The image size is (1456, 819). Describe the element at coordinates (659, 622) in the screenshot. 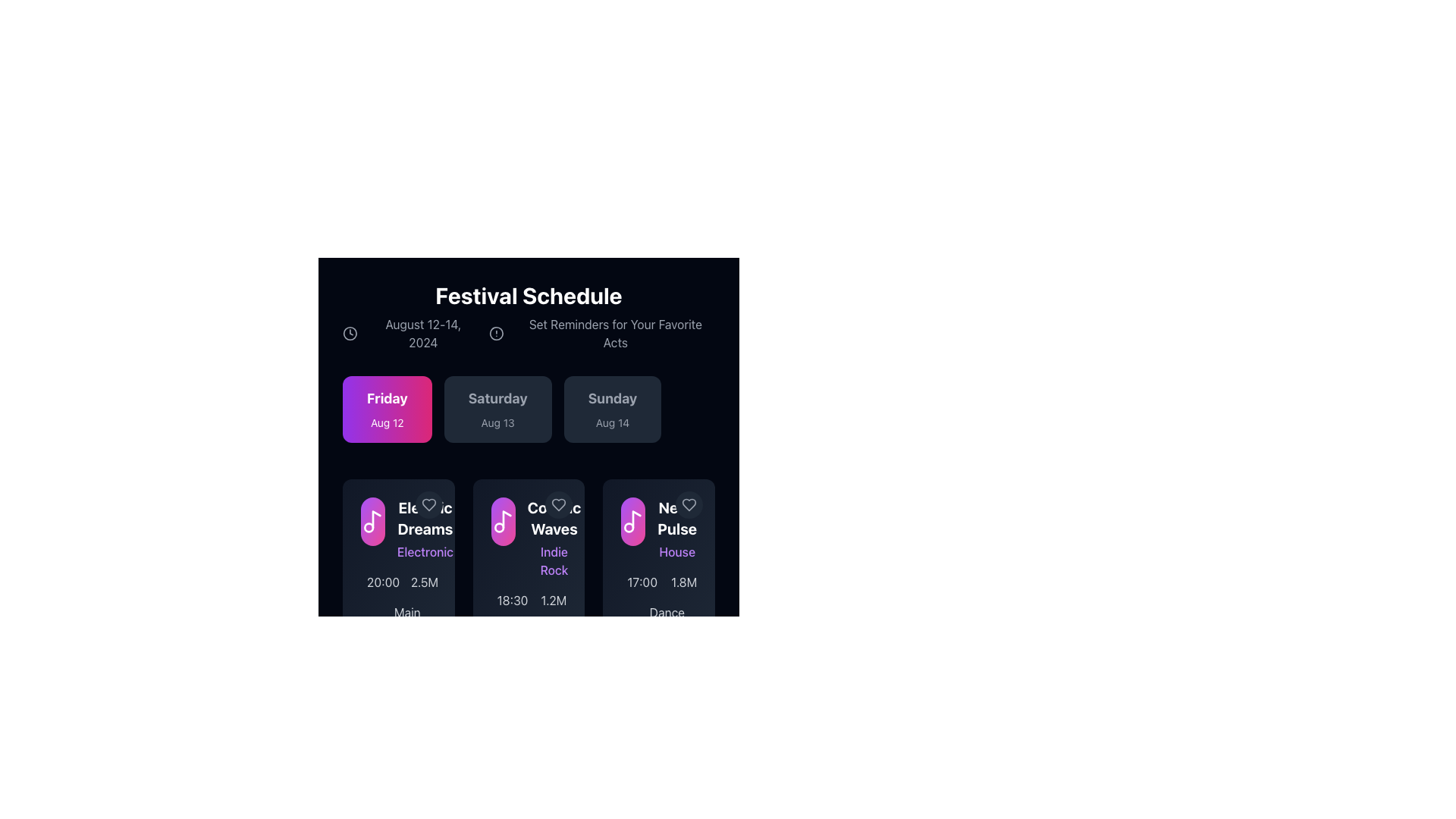

I see `the 'Dance Arena' label which features a pin map icon, located at the bottom section of the event details card against a dark background` at that location.